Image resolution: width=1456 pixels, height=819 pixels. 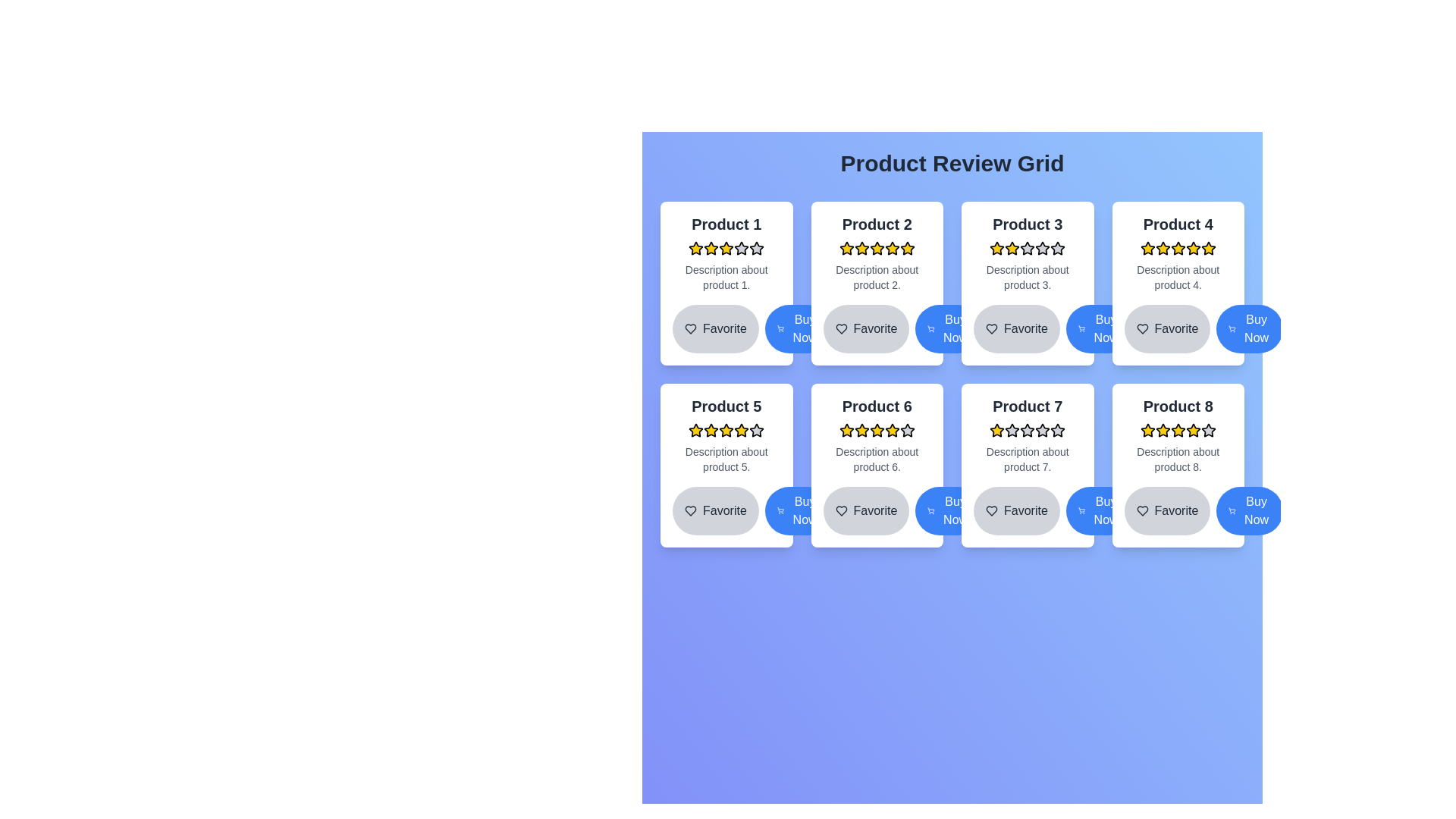 What do you see at coordinates (877, 247) in the screenshot?
I see `the second star icon in the product rating system for 'Product 2'` at bounding box center [877, 247].